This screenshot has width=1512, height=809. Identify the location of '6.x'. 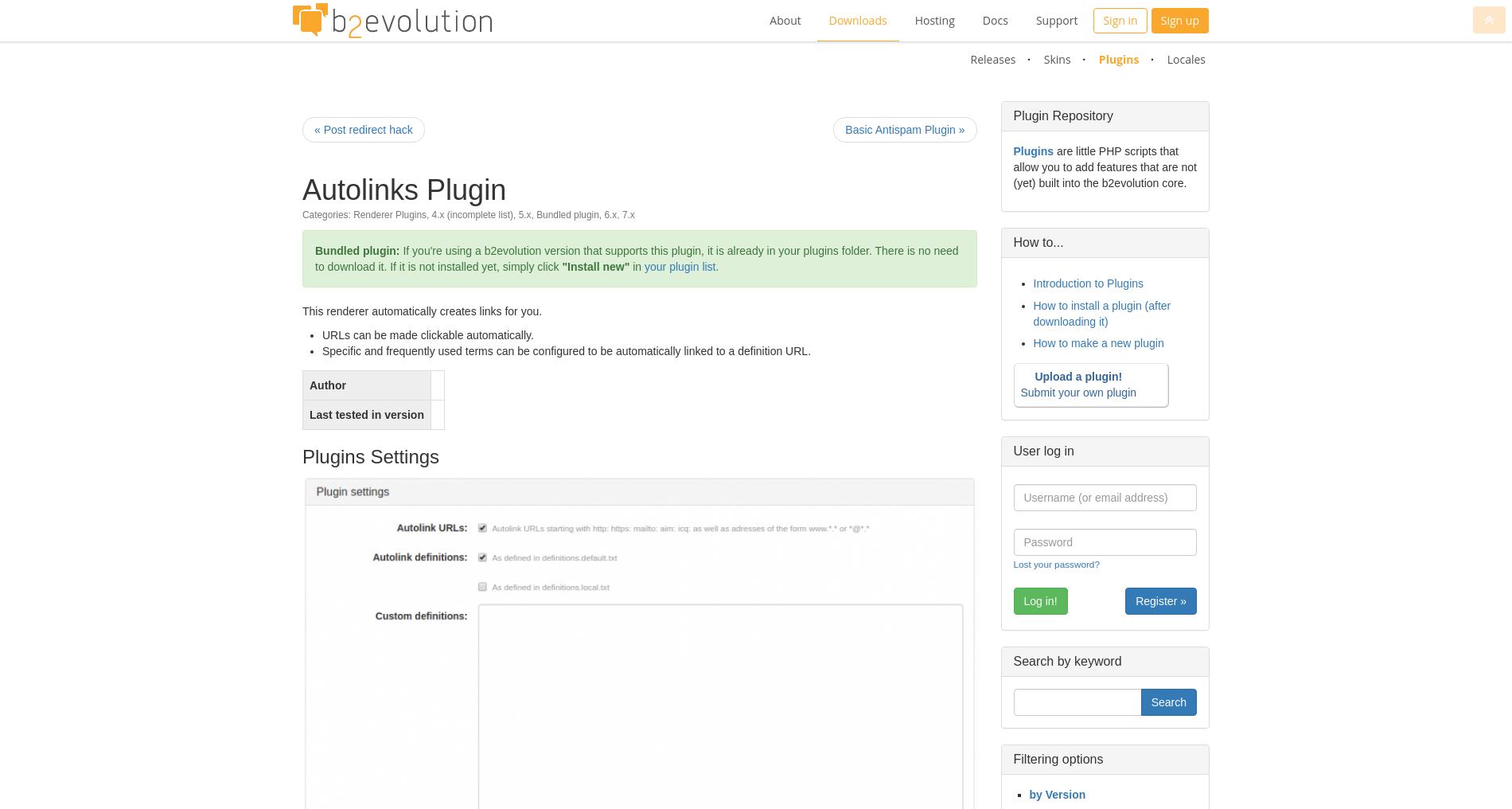
(603, 213).